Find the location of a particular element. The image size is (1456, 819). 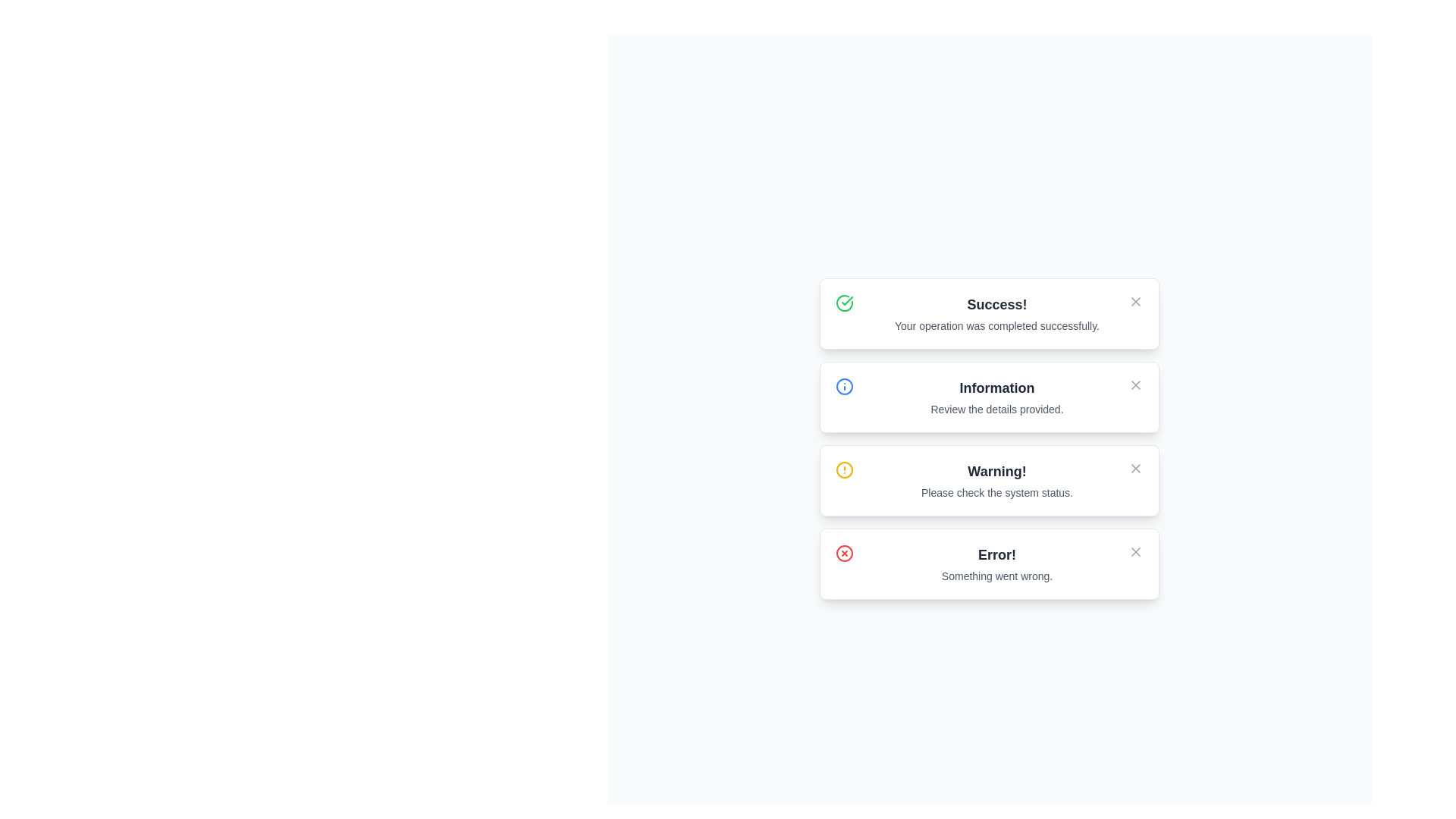

notification text block that displays 'Success!' and 'Your operation was completed successfully.' is located at coordinates (997, 312).